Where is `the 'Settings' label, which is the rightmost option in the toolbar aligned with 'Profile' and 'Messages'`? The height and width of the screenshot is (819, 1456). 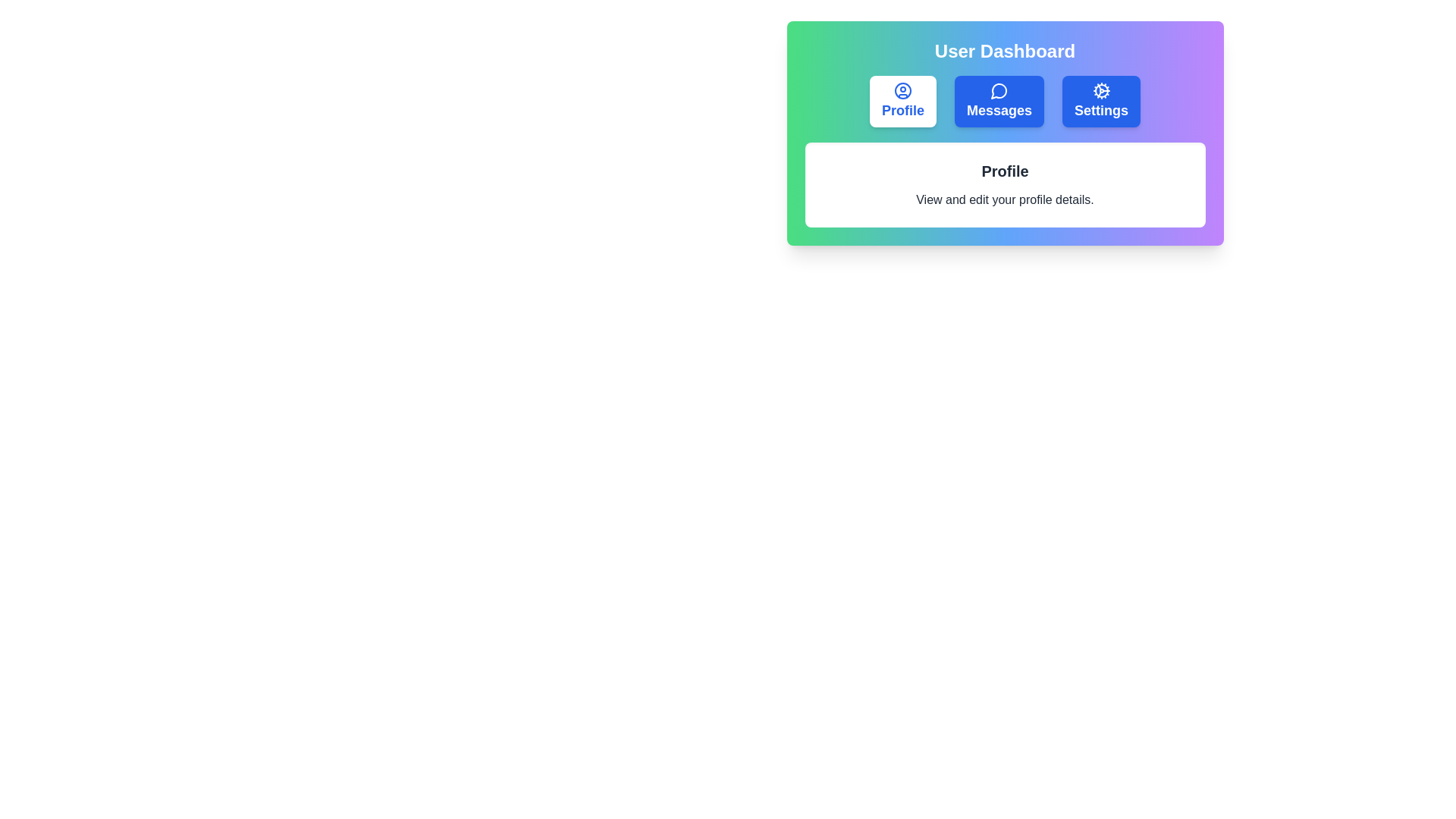
the 'Settings' label, which is the rightmost option in the toolbar aligned with 'Profile' and 'Messages' is located at coordinates (1101, 110).